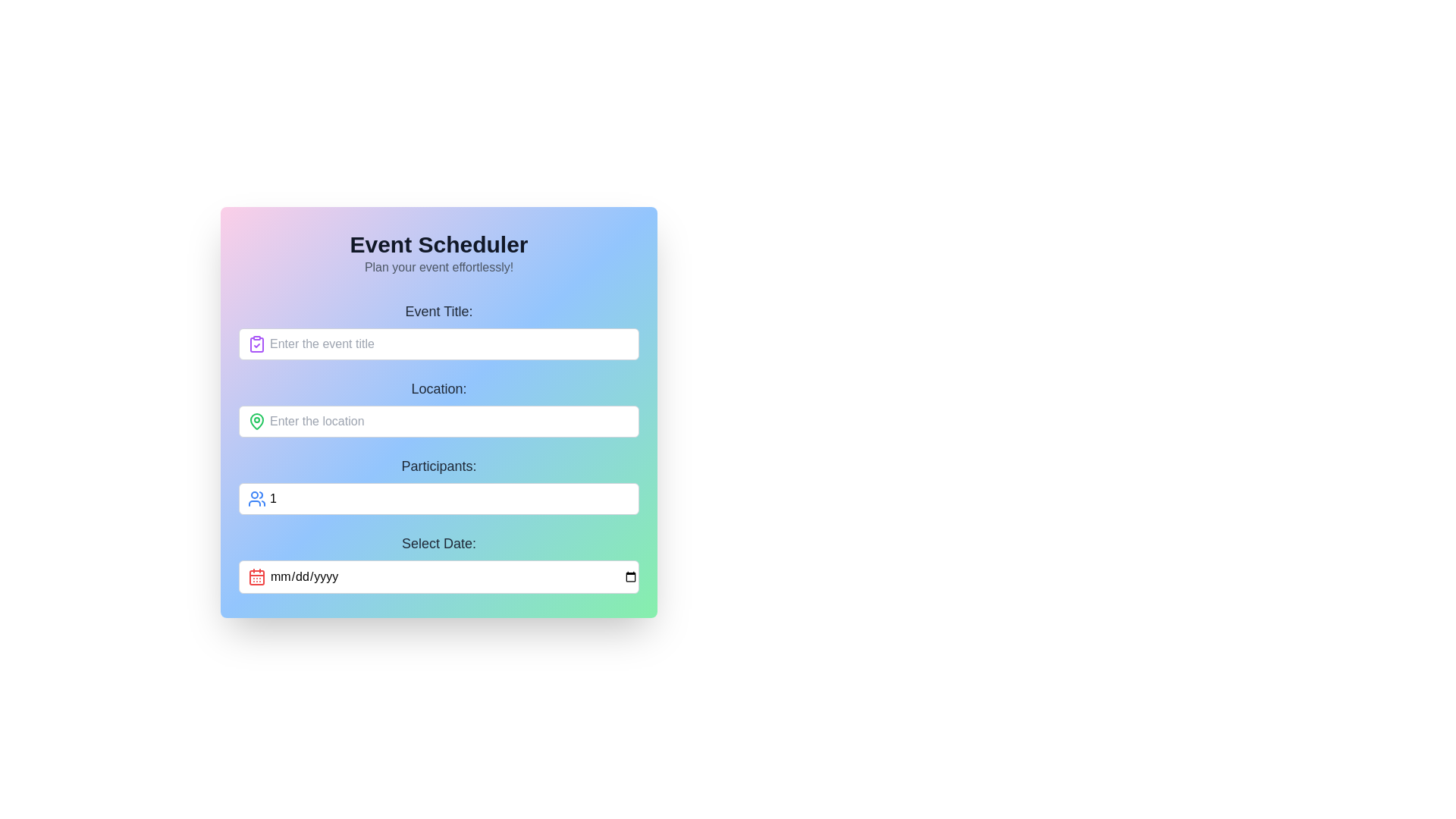 This screenshot has width=1456, height=819. I want to click on the icon in the input area for specifying the number of participants, so click(438, 485).